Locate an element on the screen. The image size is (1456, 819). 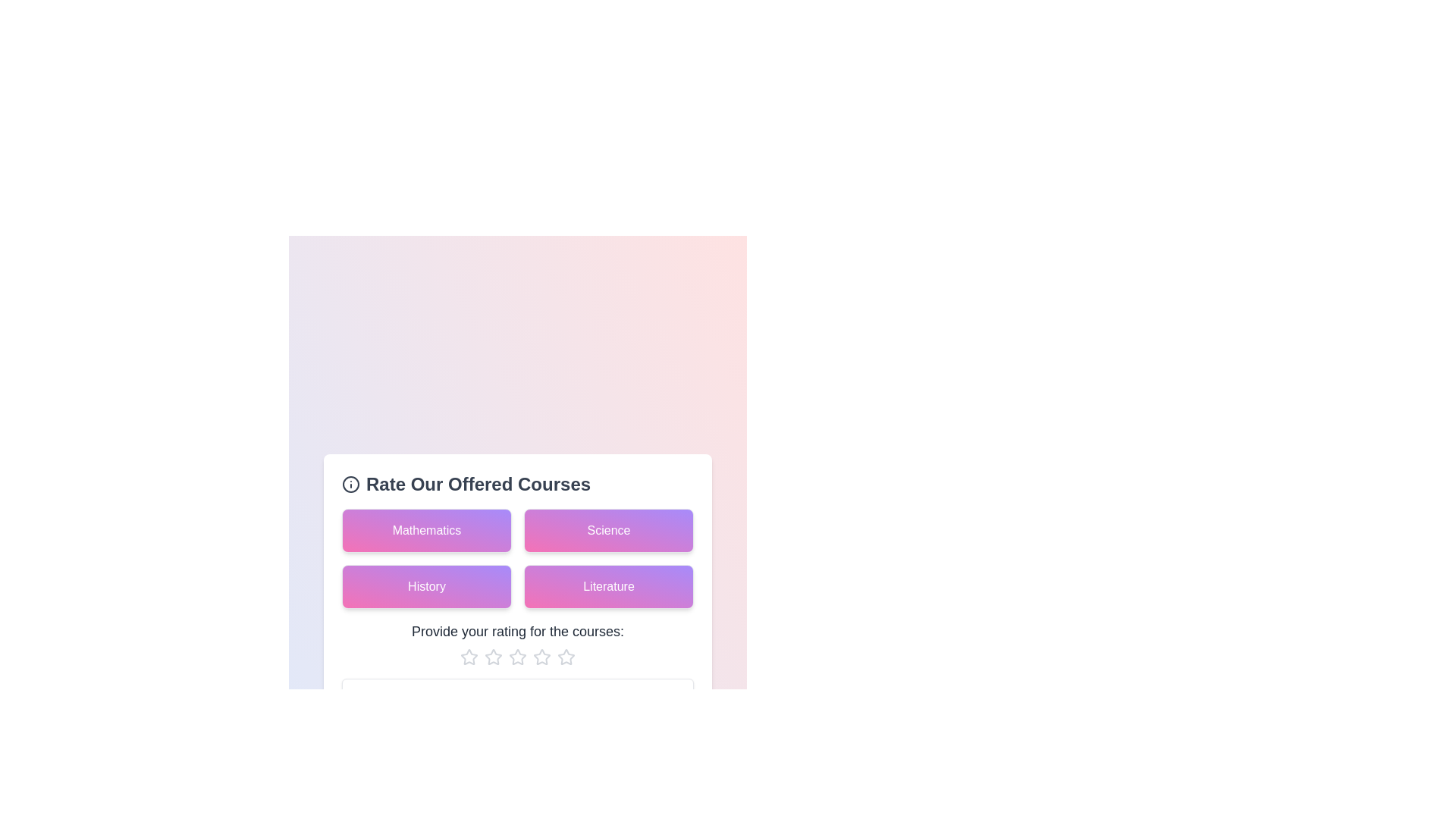
the course card labeled Mathematics is located at coordinates (425, 529).